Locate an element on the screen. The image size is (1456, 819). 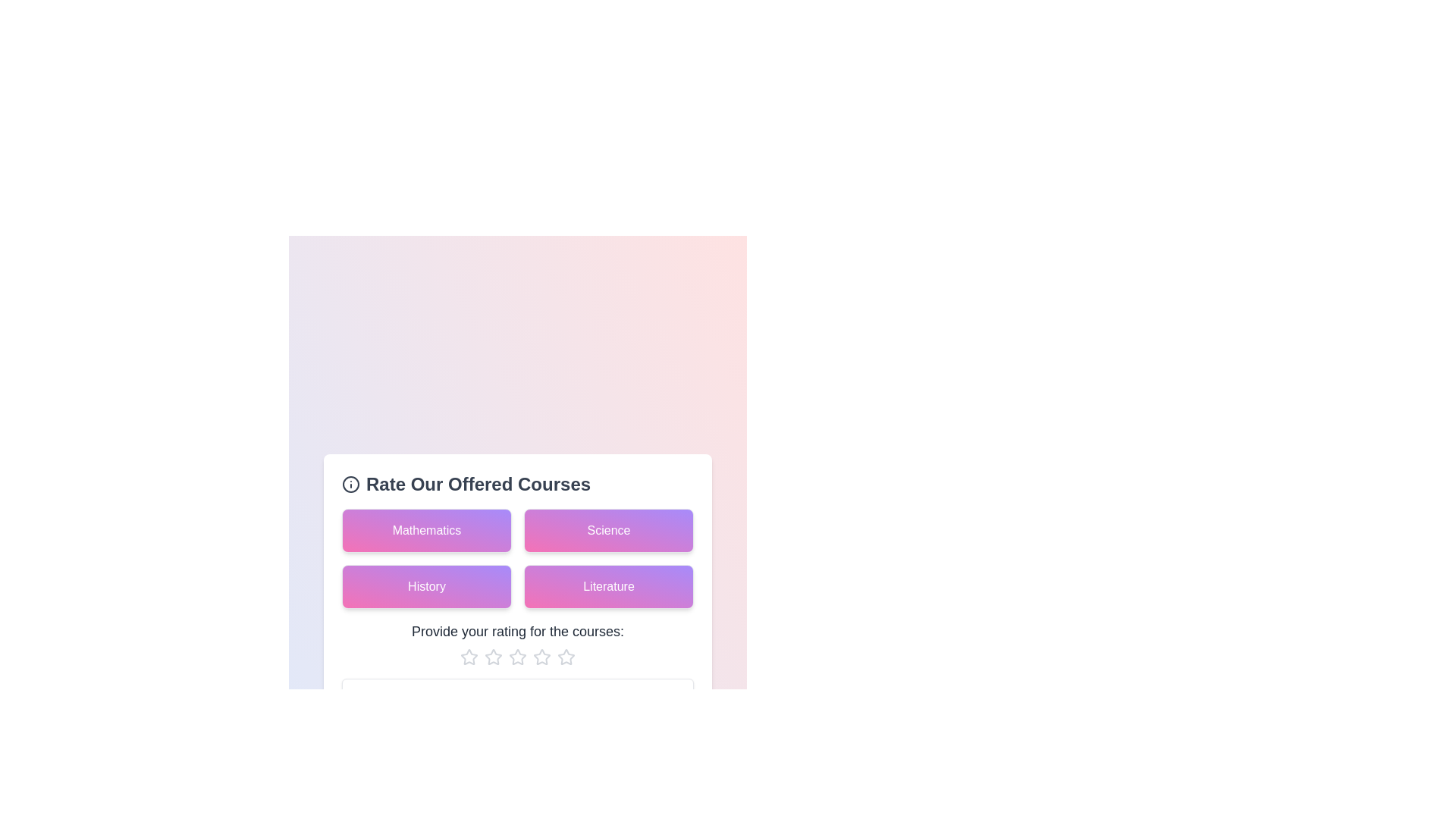
the course card labeled Mathematics is located at coordinates (425, 529).